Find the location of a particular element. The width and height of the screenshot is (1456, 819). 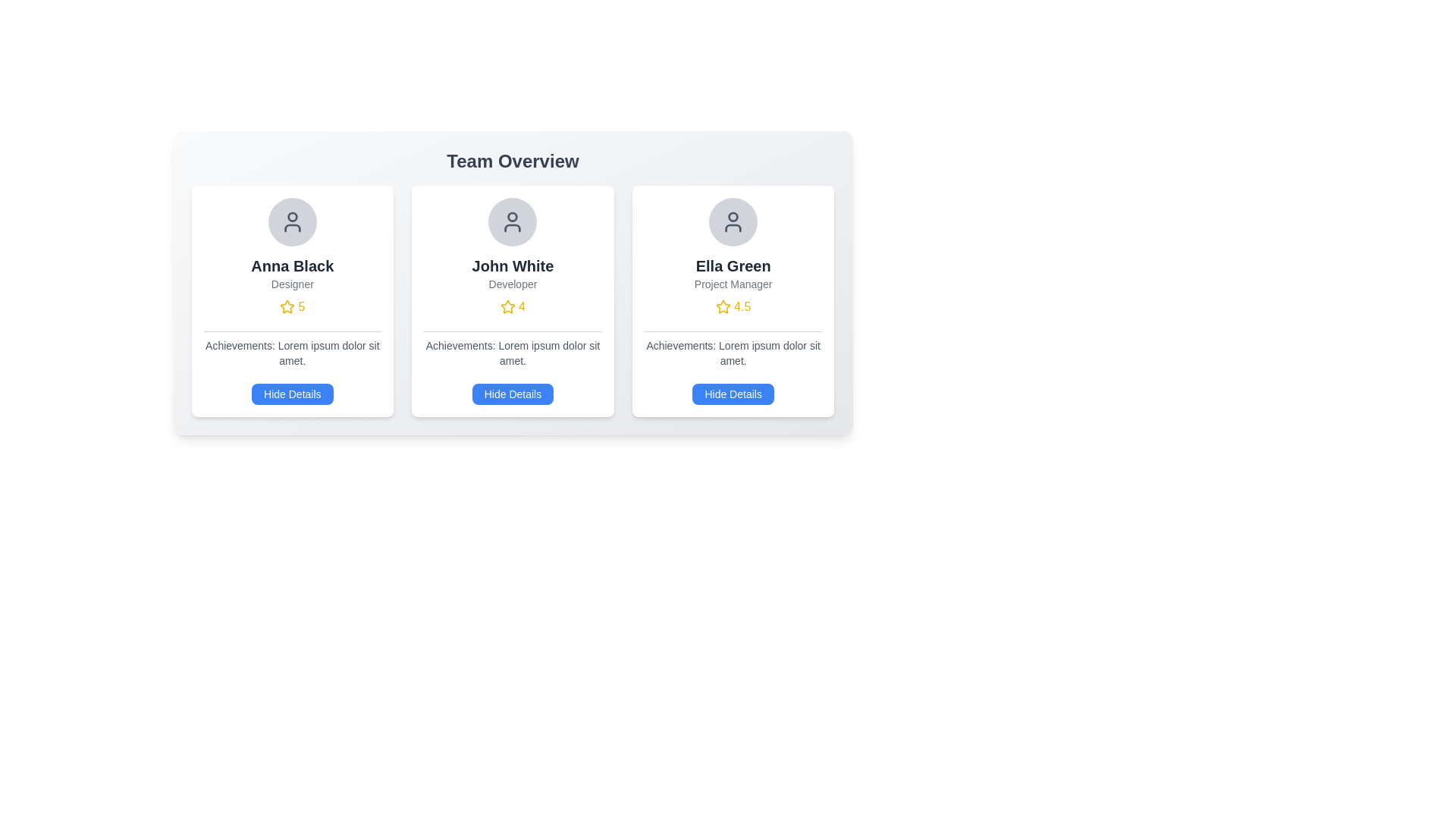

the profile avatar icon representing 'Ella Green', located at the top of the third team member card under the 'Project Manager' designation is located at coordinates (733, 222).